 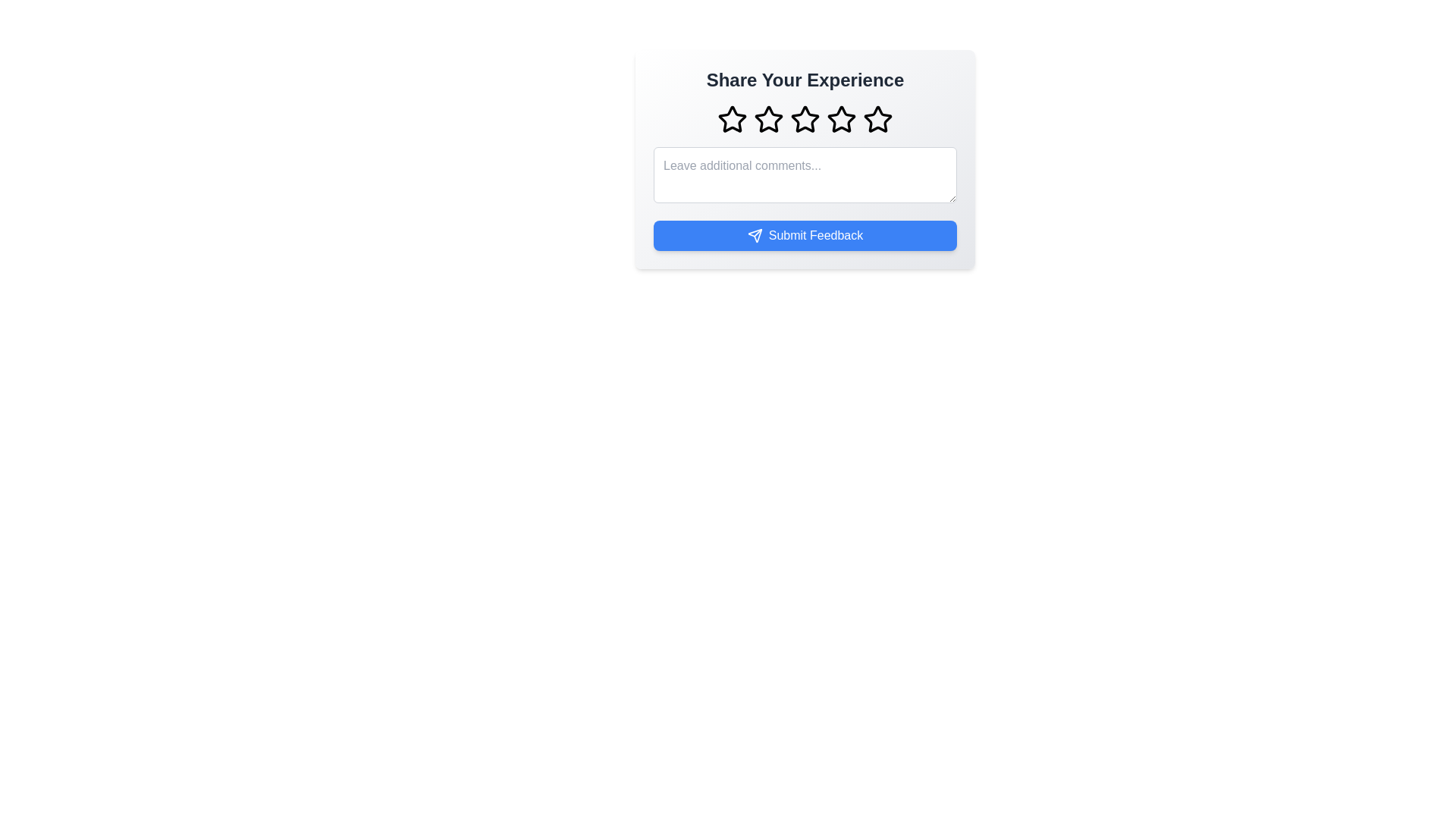 What do you see at coordinates (768, 119) in the screenshot?
I see `the second star in the rating system` at bounding box center [768, 119].